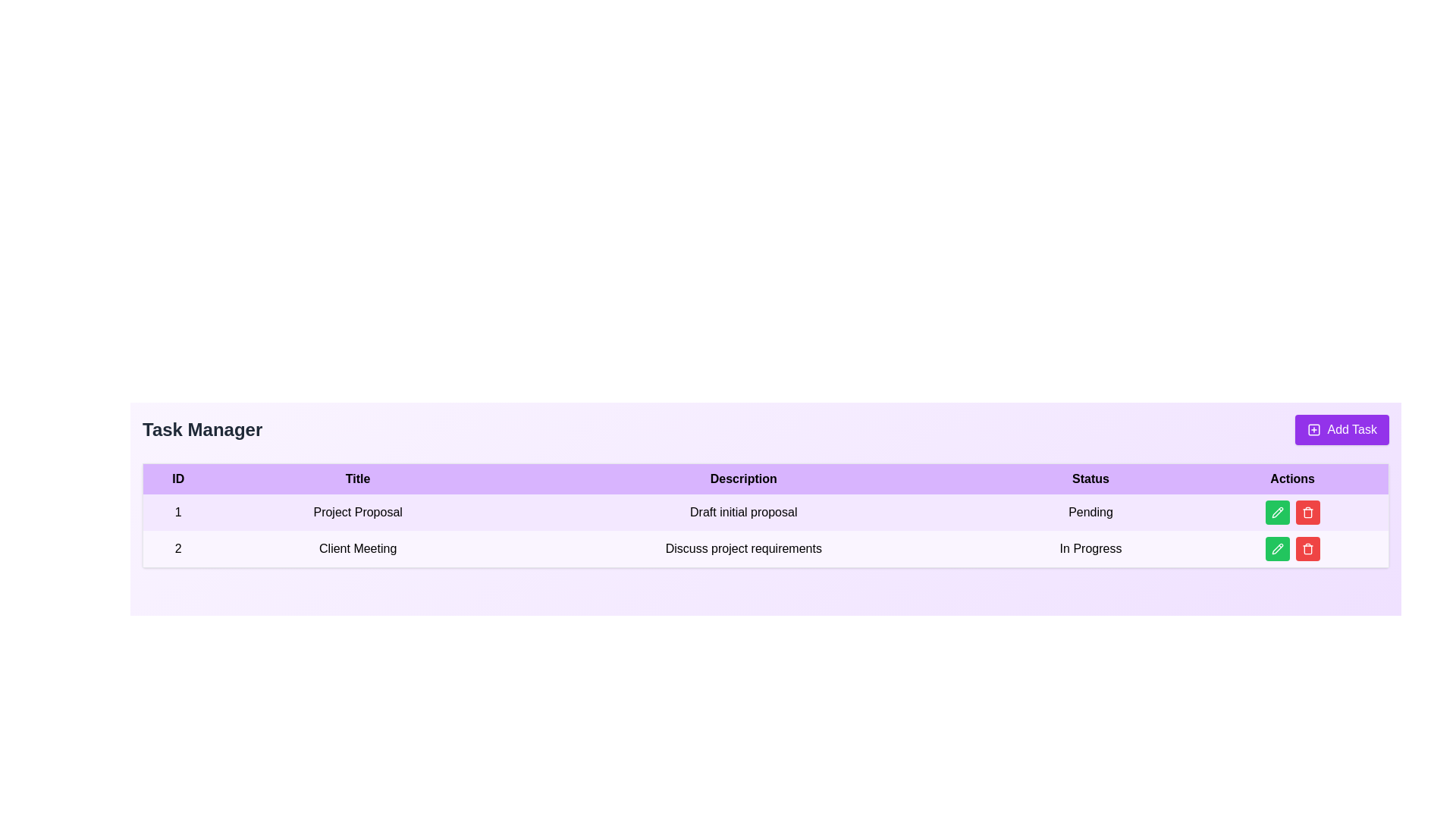 The width and height of the screenshot is (1456, 819). What do you see at coordinates (1276, 512) in the screenshot?
I see `the green button with a white pencil icon located in the Actions column of the first row labeled 'Project Proposal' to initiate editing` at bounding box center [1276, 512].